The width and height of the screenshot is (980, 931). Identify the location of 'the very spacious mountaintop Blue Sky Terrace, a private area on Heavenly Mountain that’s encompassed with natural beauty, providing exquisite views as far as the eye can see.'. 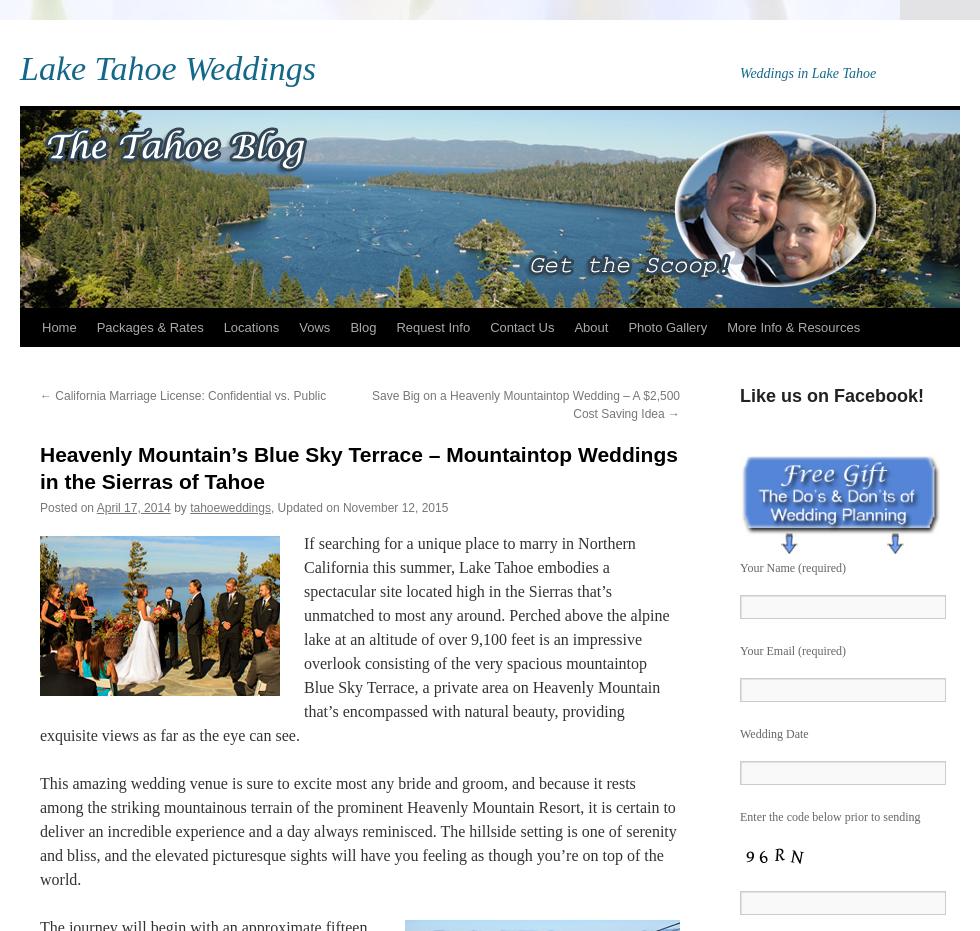
(349, 697).